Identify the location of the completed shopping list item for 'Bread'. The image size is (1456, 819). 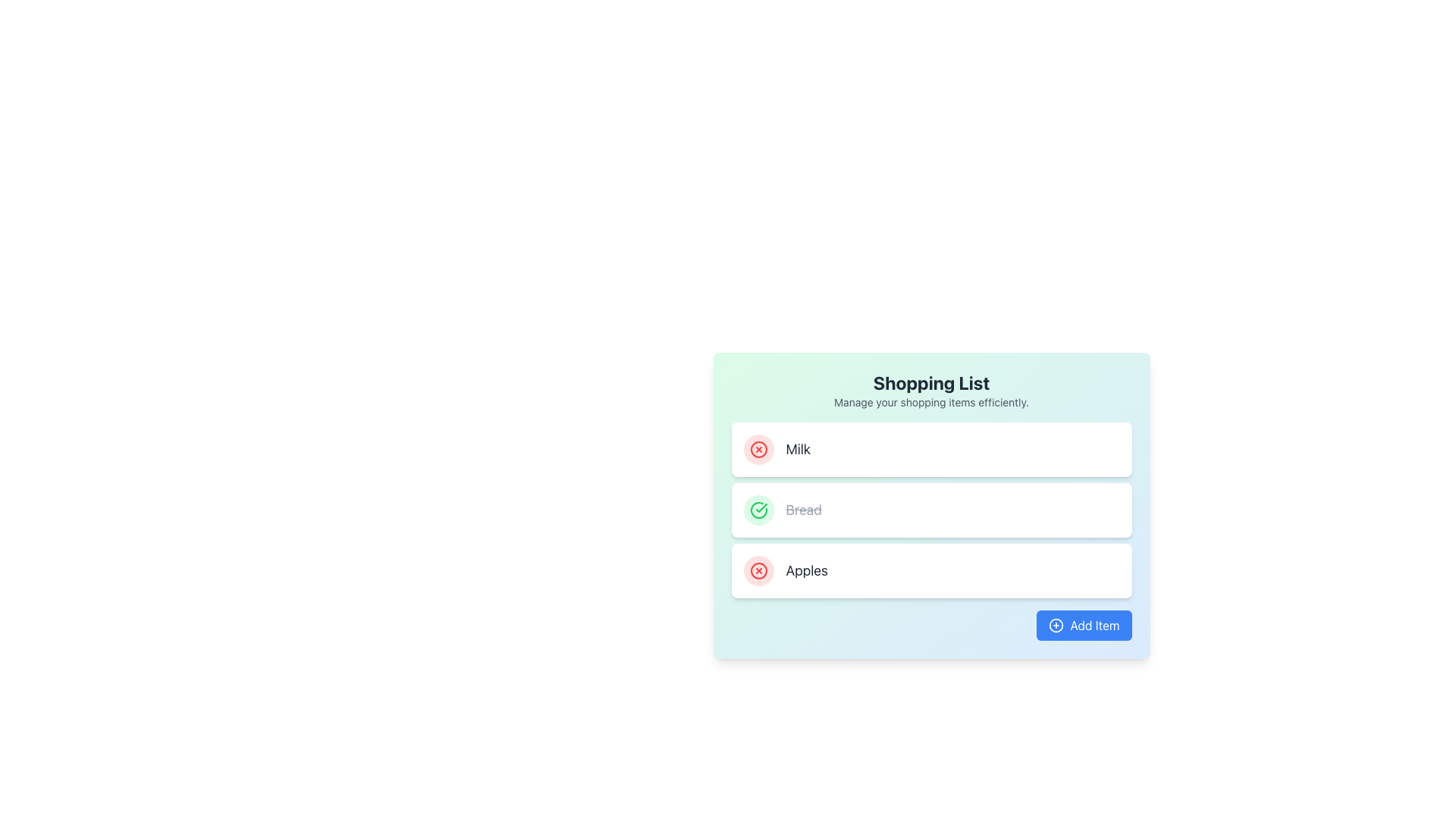
(930, 510).